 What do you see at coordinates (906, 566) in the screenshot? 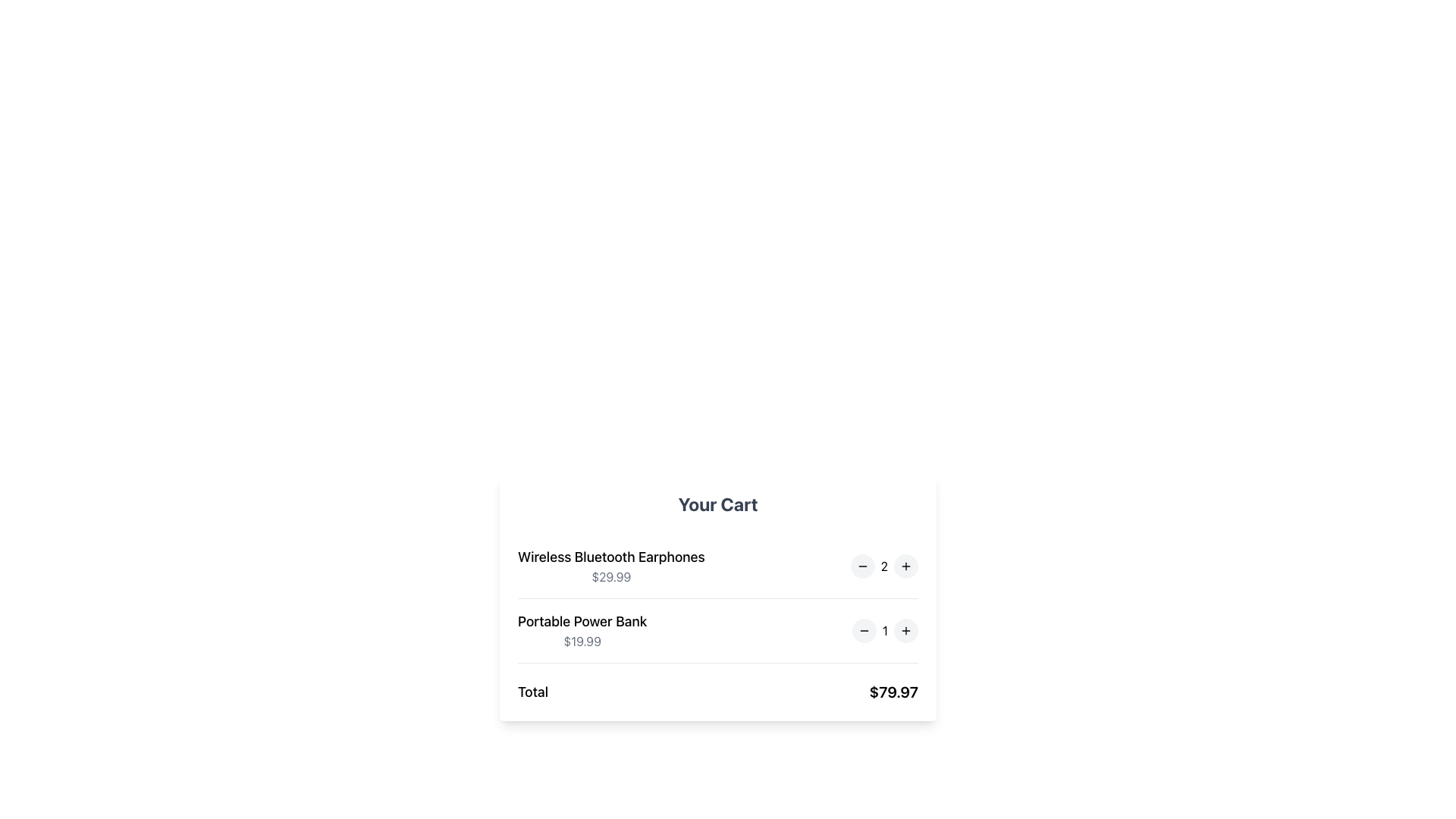
I see `the plus icon button with a grayish border located on the right side of the first row in the cart section, adjacent to the quantity field for the item 'Wireless Bluetooth Earphones' to increase the quantity of the item` at bounding box center [906, 566].